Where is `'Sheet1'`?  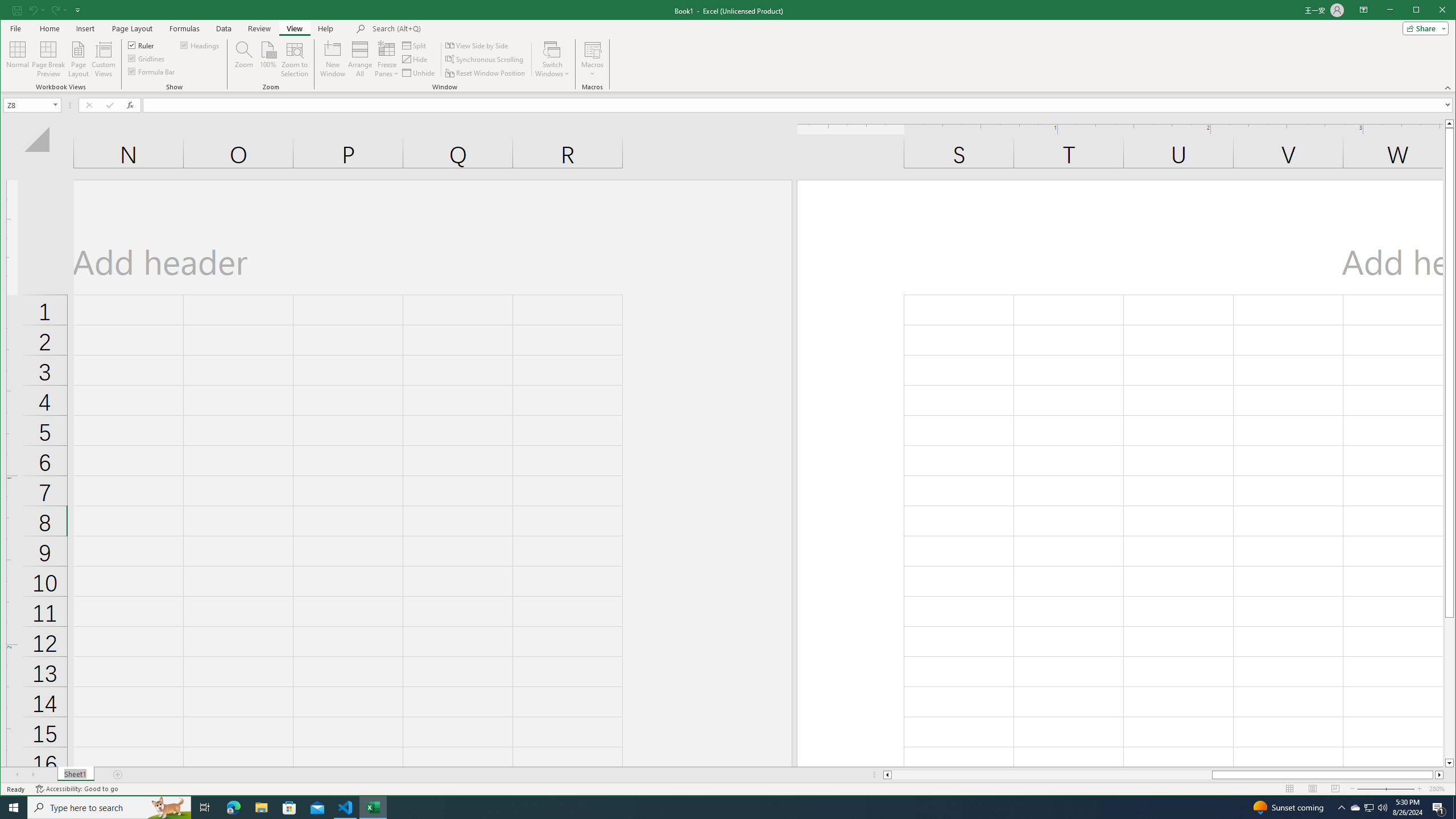 'Sheet1' is located at coordinates (76, 775).